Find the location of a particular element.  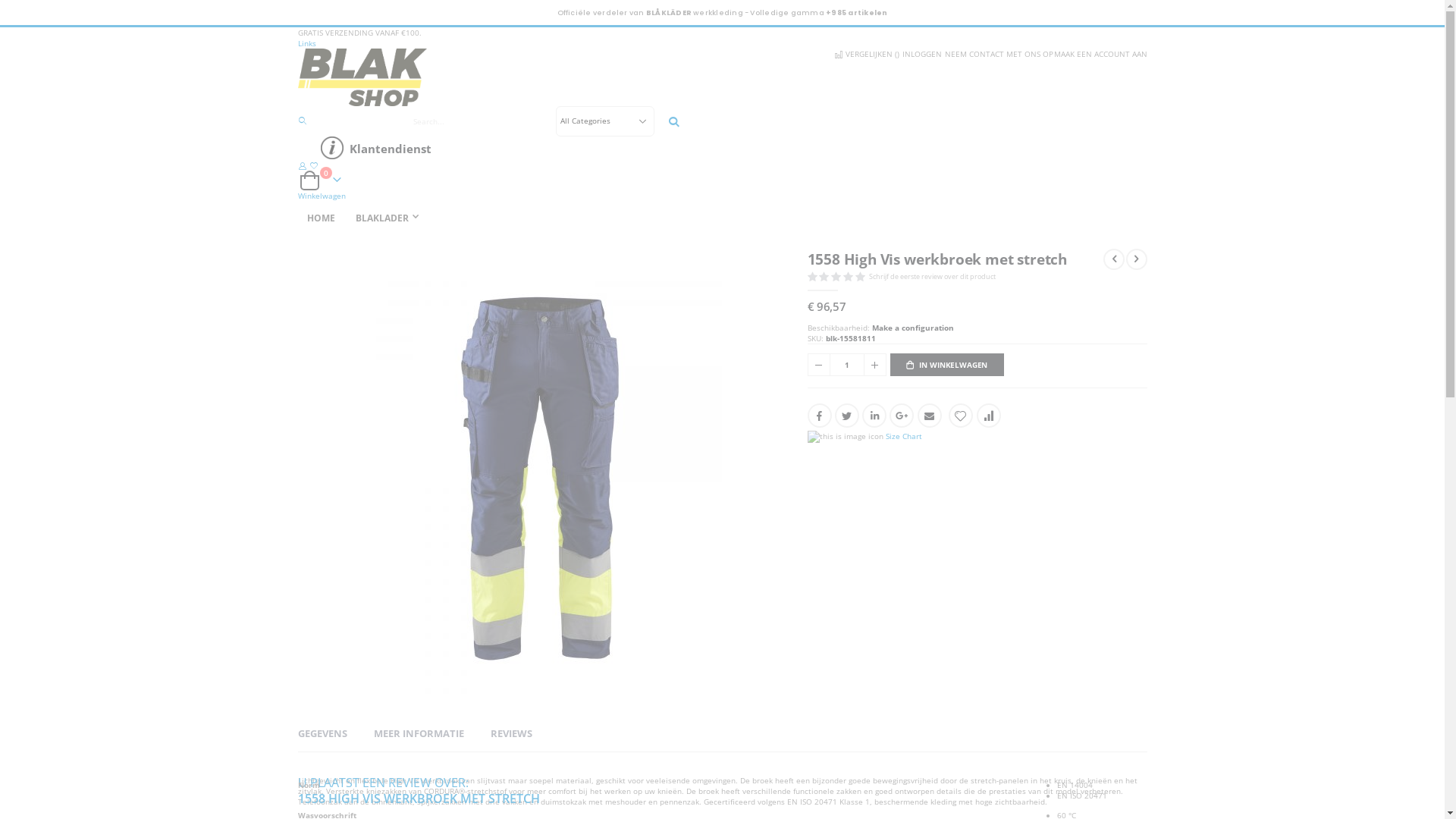

'REVIEWS' is located at coordinates (510, 733).